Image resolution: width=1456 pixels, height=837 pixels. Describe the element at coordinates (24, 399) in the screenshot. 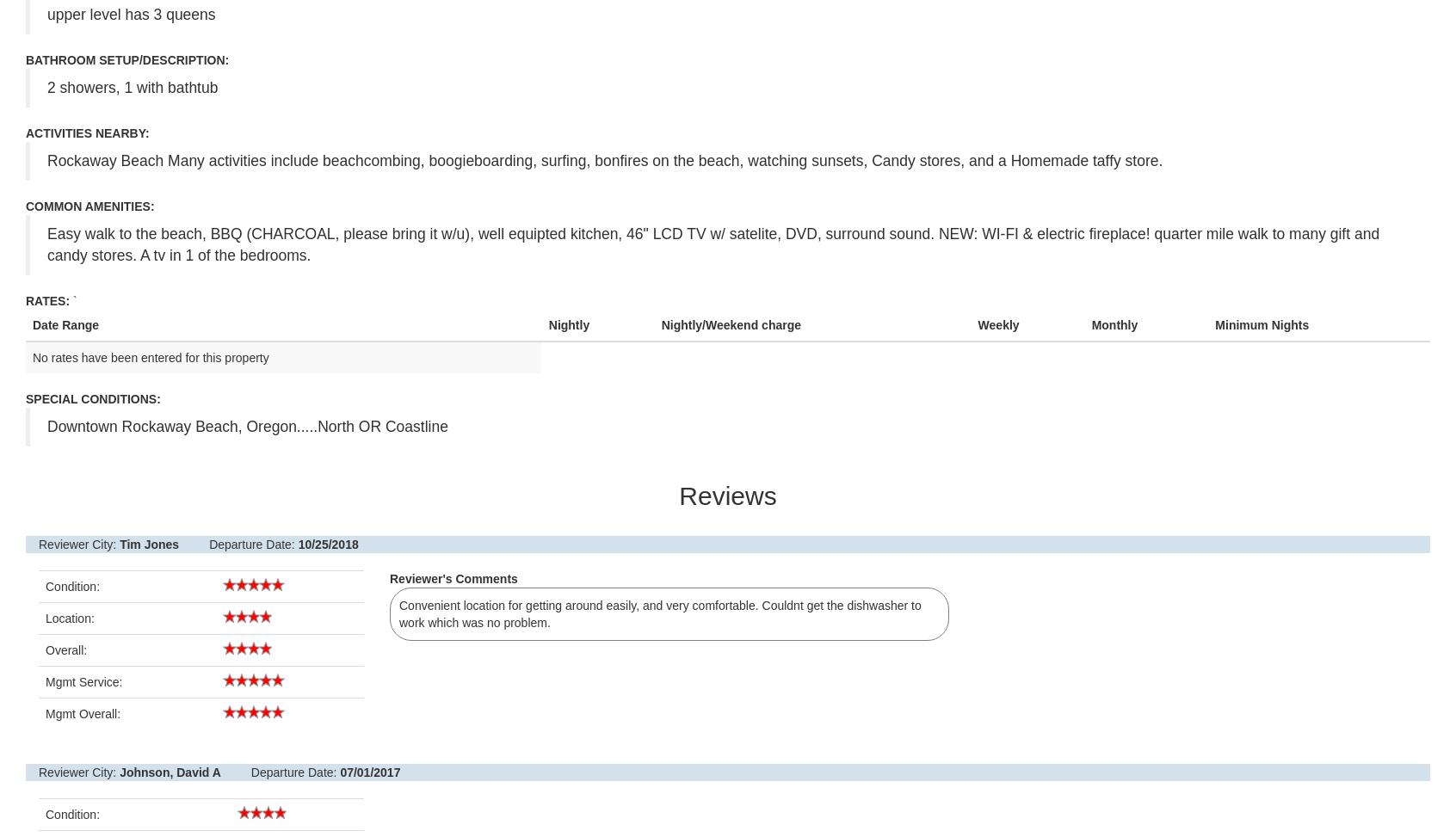

I see `'SPECIAL CONDITIONS:'` at that location.